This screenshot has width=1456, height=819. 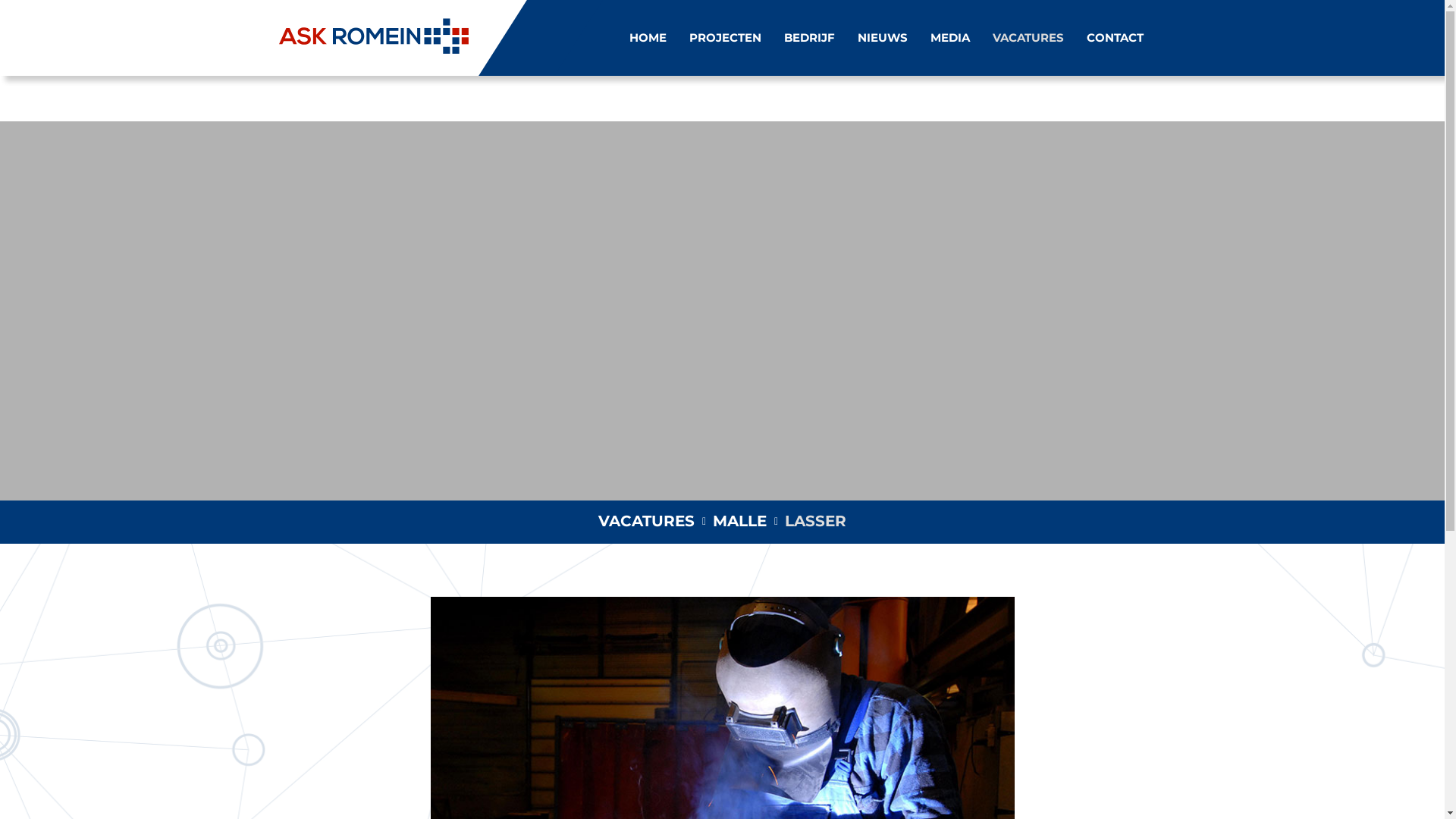 What do you see at coordinates (814, 519) in the screenshot?
I see `'LASSER'` at bounding box center [814, 519].